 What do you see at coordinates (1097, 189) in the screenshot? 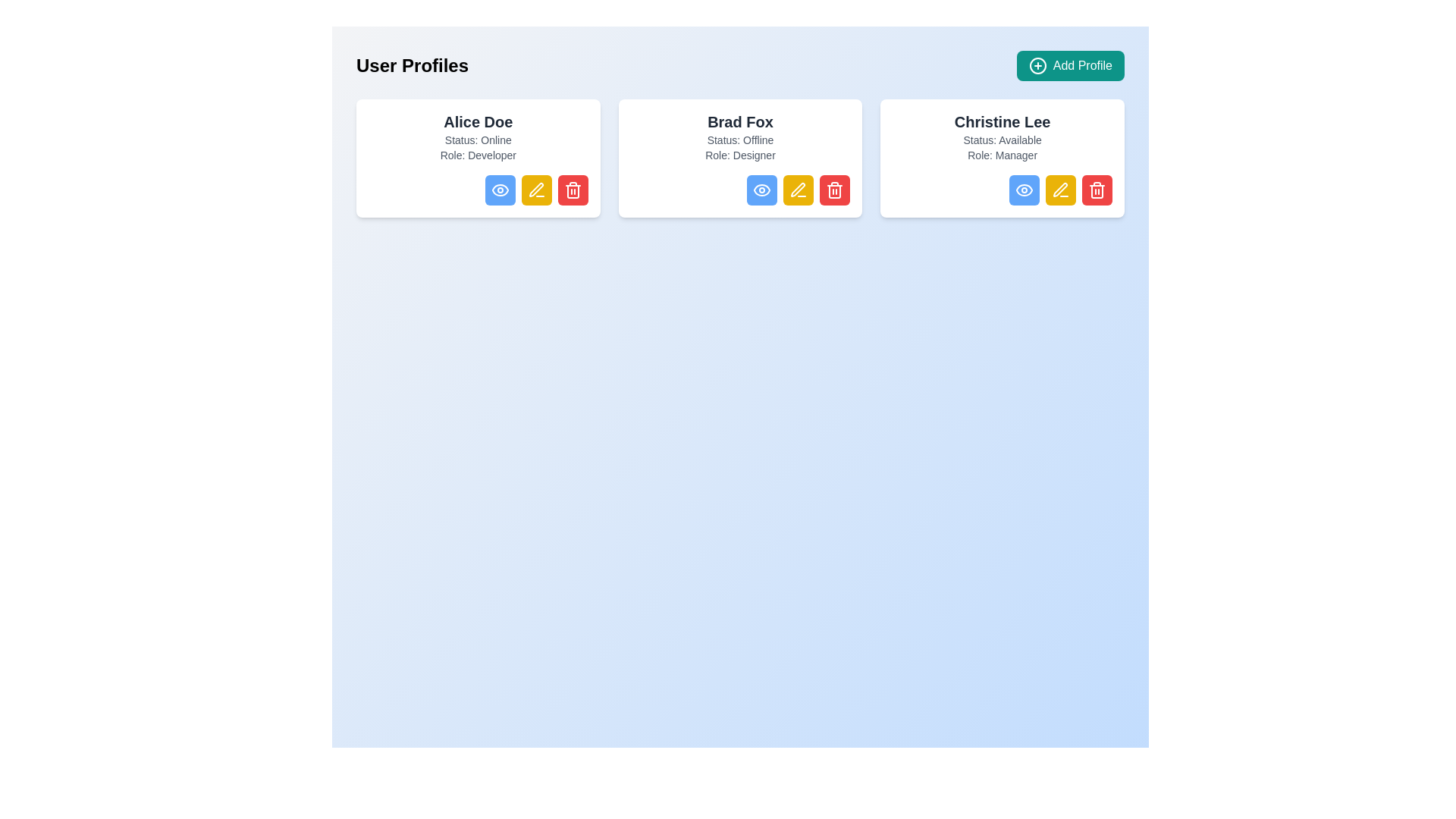
I see `the delete button located at the bottom-right corner of the card for 'Christine Lee'` at bounding box center [1097, 189].